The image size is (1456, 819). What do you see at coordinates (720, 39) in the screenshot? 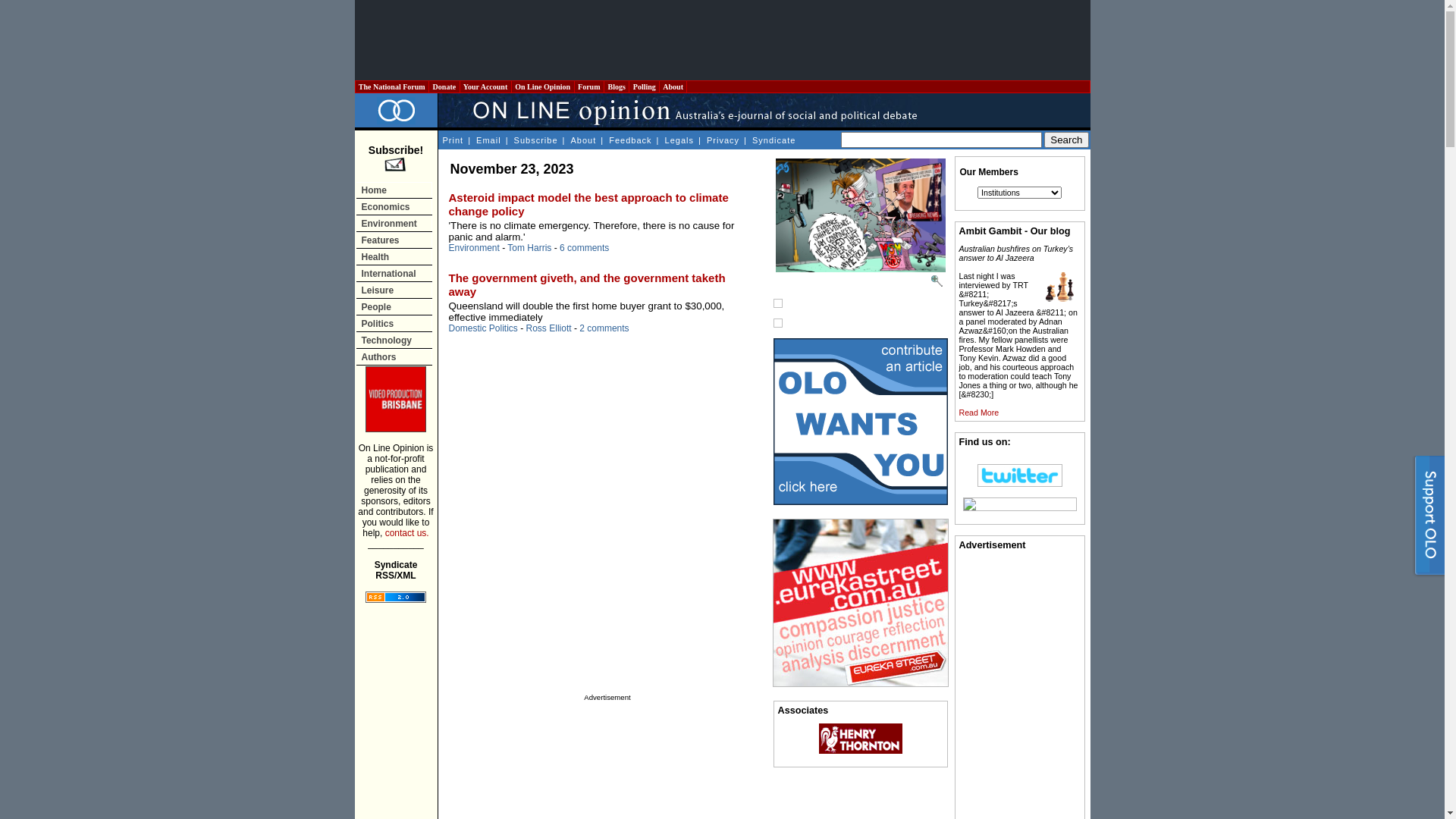
I see `'Advertisement'` at bounding box center [720, 39].